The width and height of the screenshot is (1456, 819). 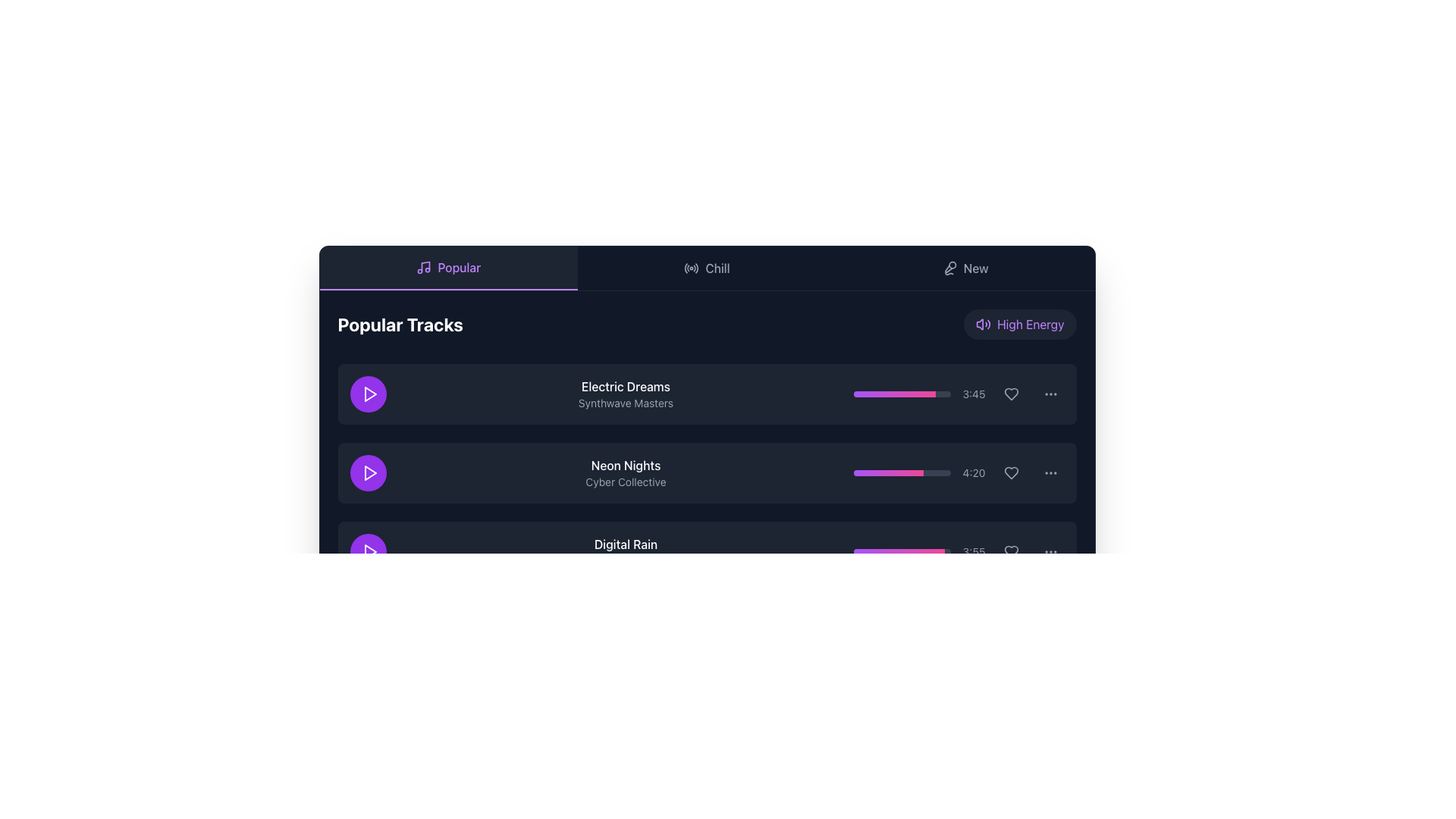 I want to click on the third track entry in the 'Popular Tracks' list, which includes the play button and controls for the song 'Digital Rain' by The Algorithm, so click(x=706, y=552).